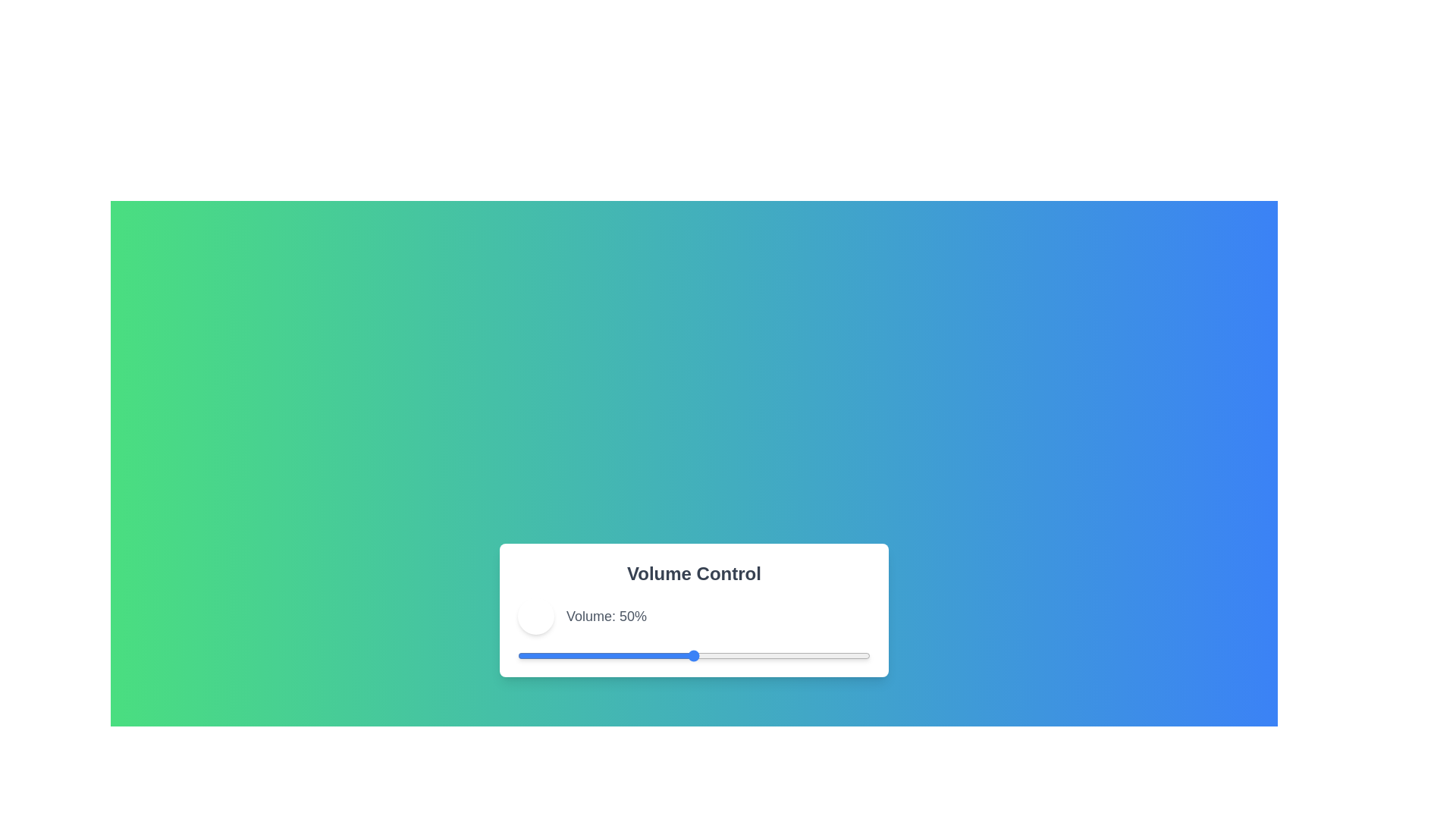 Image resolution: width=1456 pixels, height=819 pixels. What do you see at coordinates (532, 654) in the screenshot?
I see `the slider` at bounding box center [532, 654].